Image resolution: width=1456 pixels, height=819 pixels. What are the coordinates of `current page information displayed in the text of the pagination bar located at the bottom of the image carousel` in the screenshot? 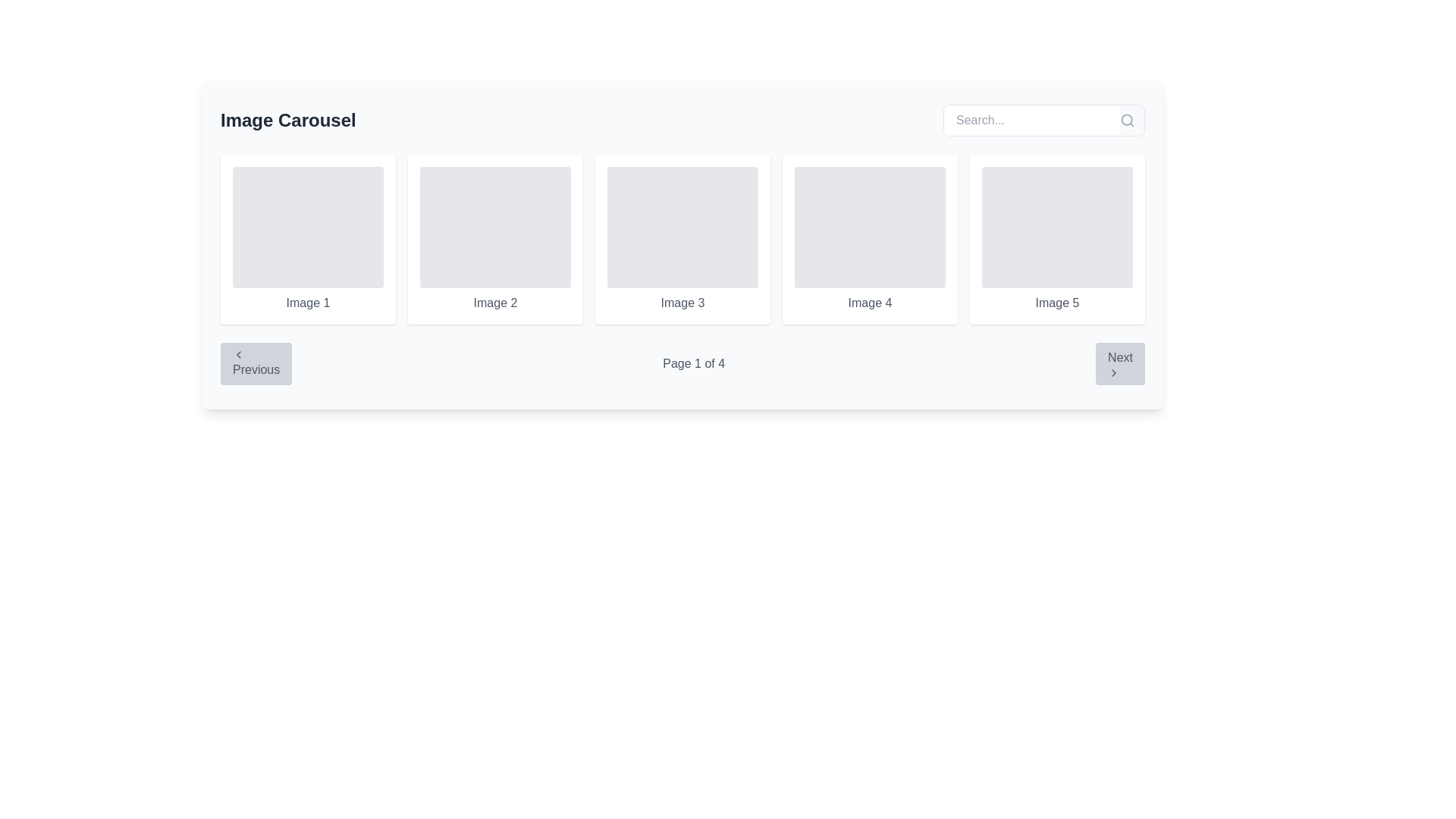 It's located at (682, 363).